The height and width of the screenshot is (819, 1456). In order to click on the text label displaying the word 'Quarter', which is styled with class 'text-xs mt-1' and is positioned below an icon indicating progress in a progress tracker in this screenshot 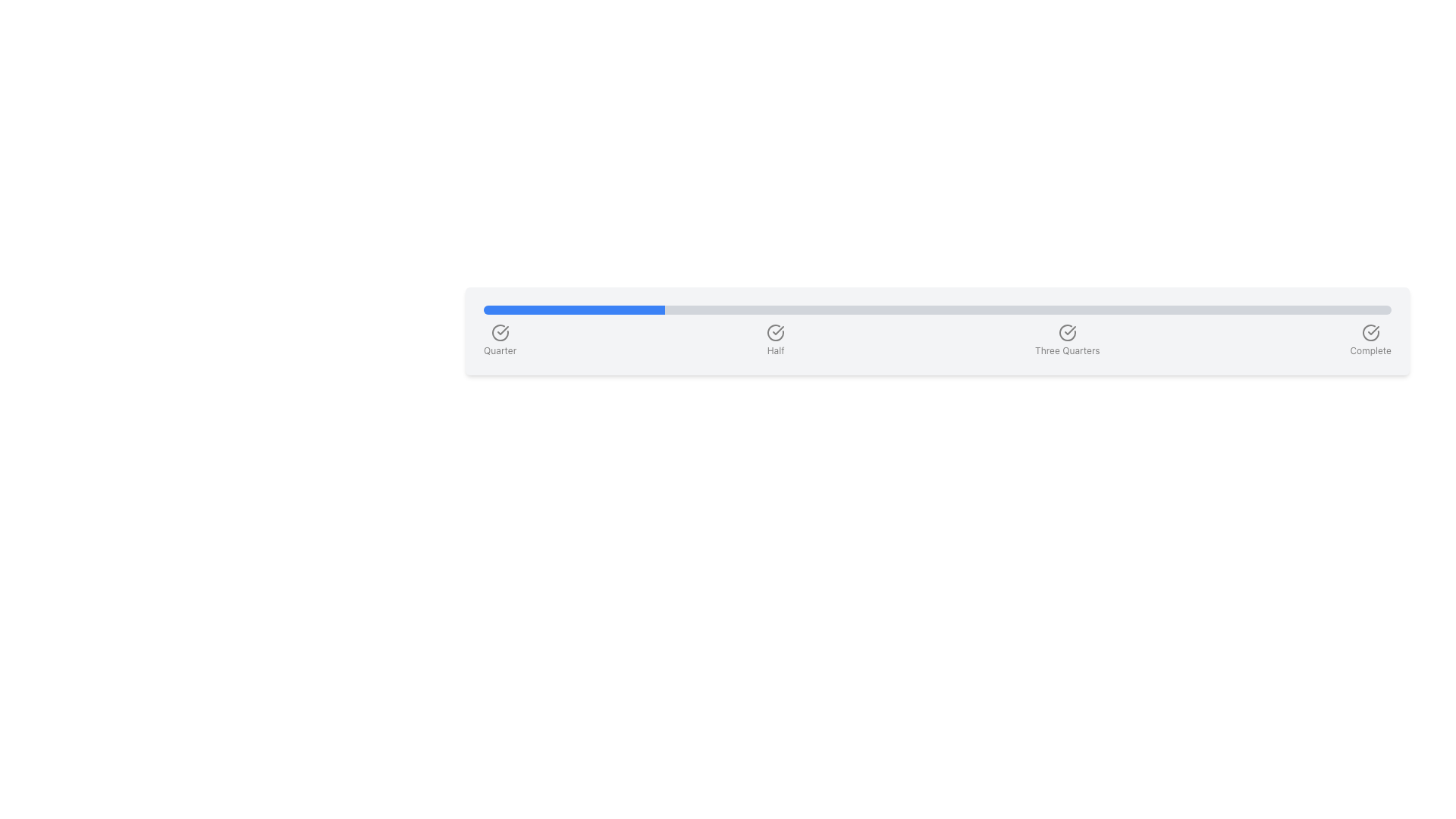, I will do `click(500, 350)`.